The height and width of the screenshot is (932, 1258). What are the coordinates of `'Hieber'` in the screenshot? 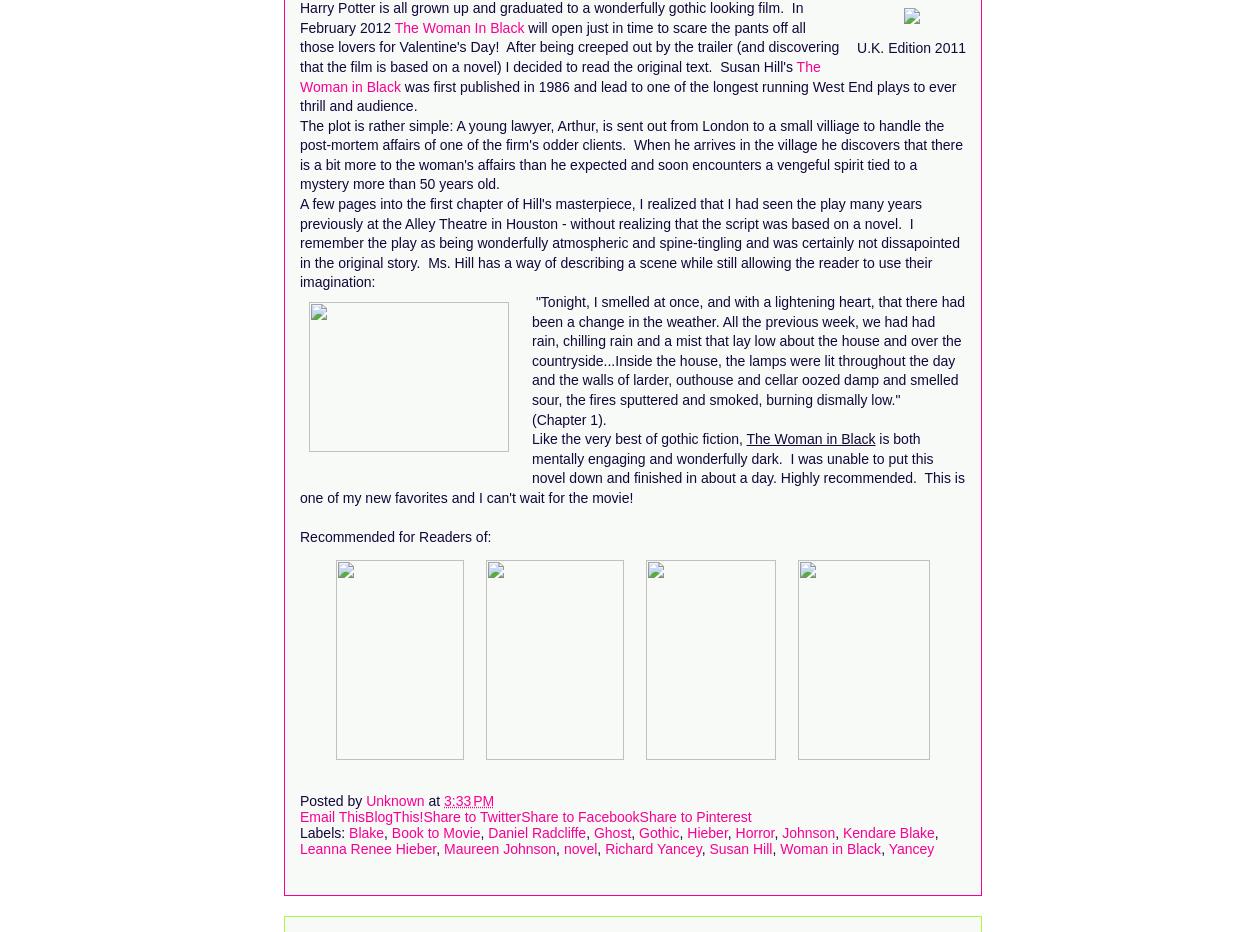 It's located at (706, 830).